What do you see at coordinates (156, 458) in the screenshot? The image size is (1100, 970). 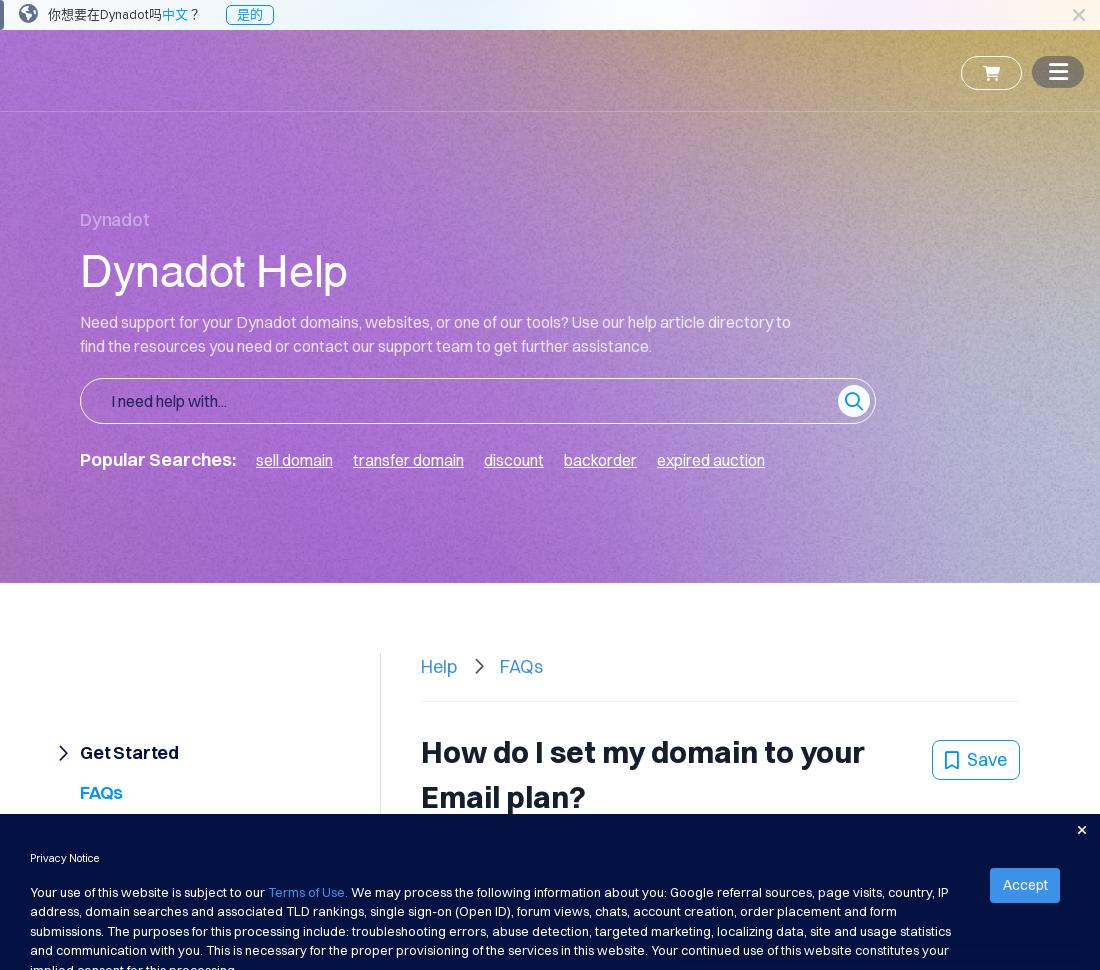 I see `'Popular Searches:'` at bounding box center [156, 458].